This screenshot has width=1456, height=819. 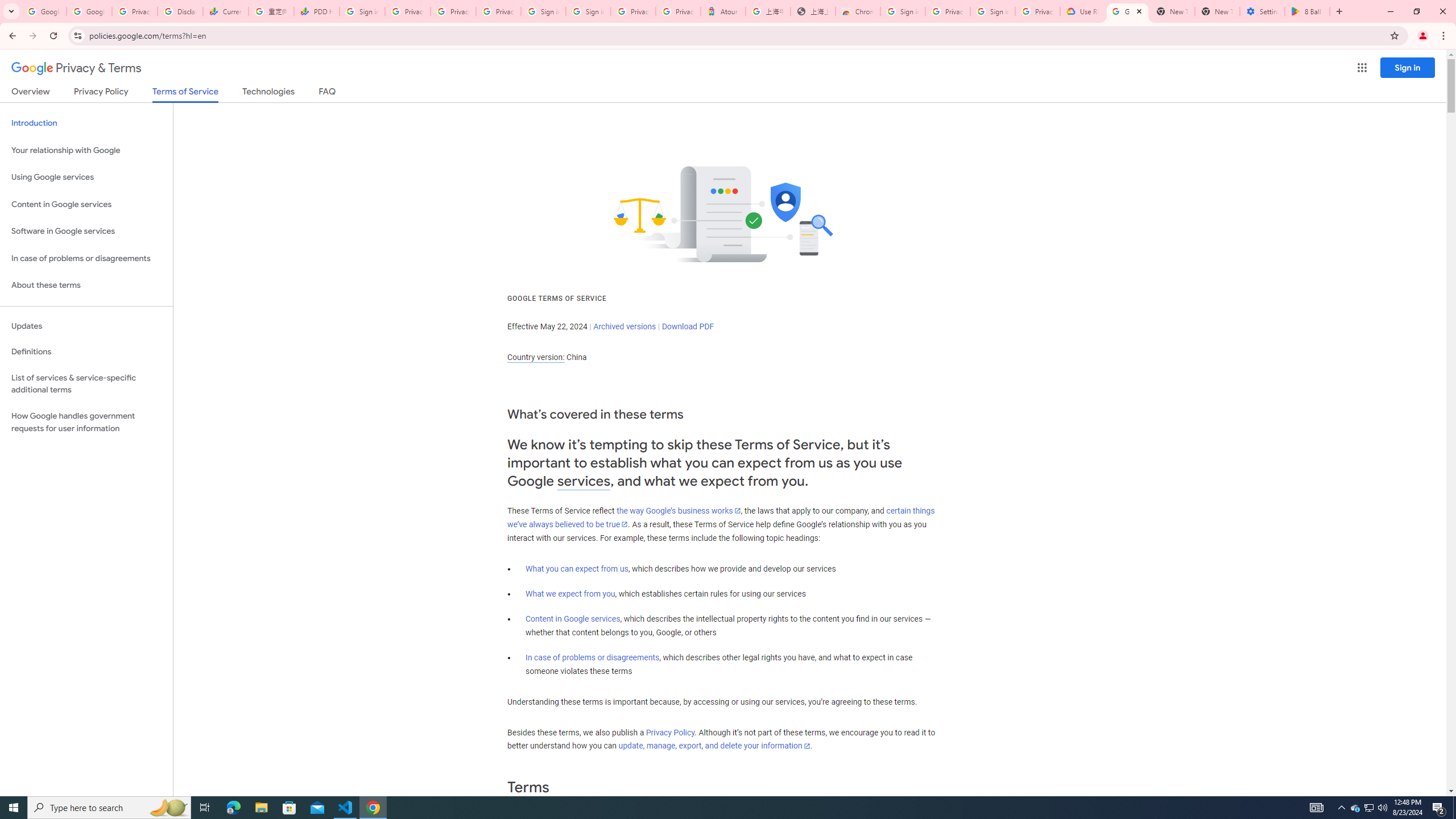 What do you see at coordinates (1407, 67) in the screenshot?
I see `'Sign in'` at bounding box center [1407, 67].